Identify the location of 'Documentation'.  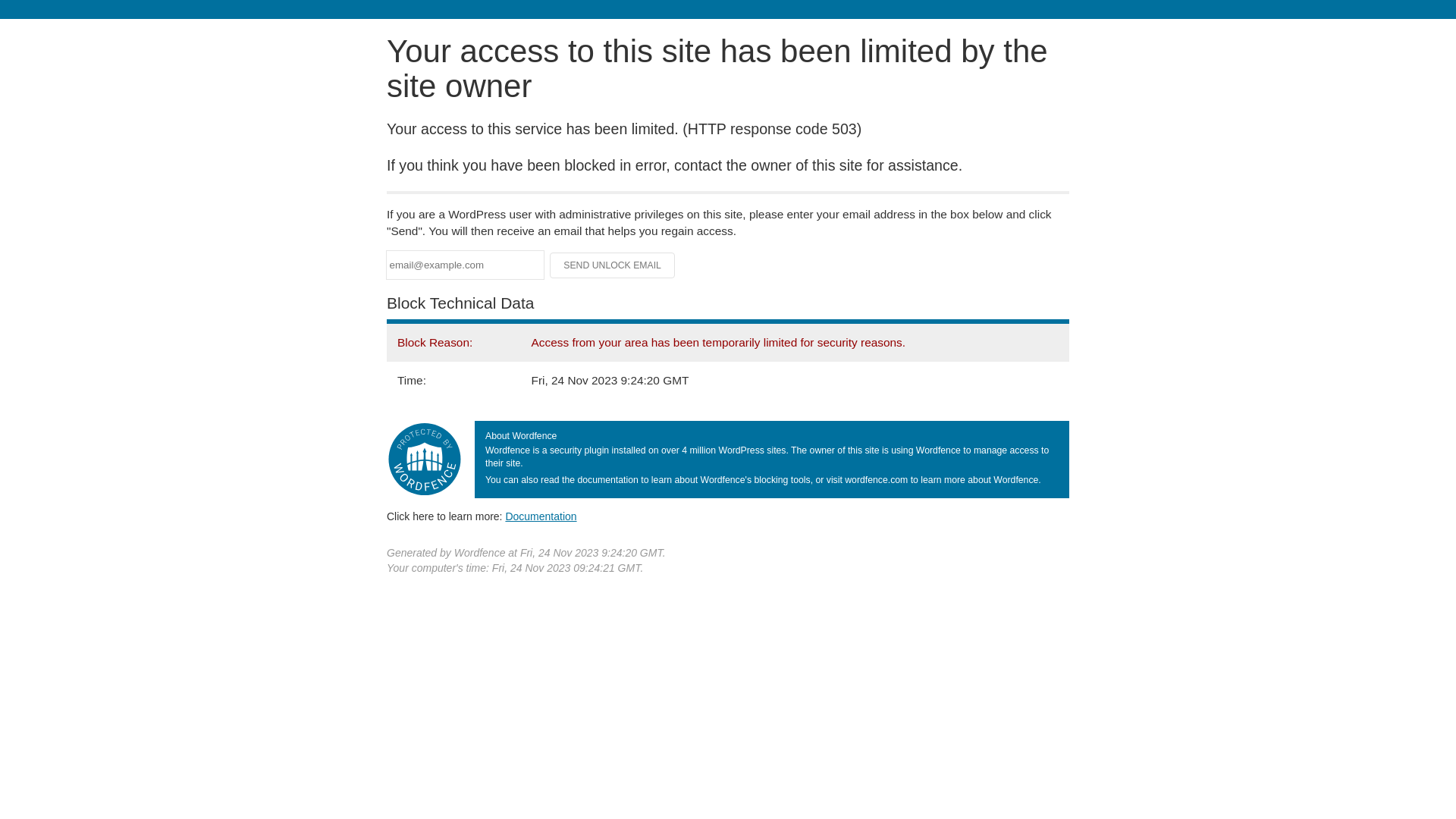
(541, 516).